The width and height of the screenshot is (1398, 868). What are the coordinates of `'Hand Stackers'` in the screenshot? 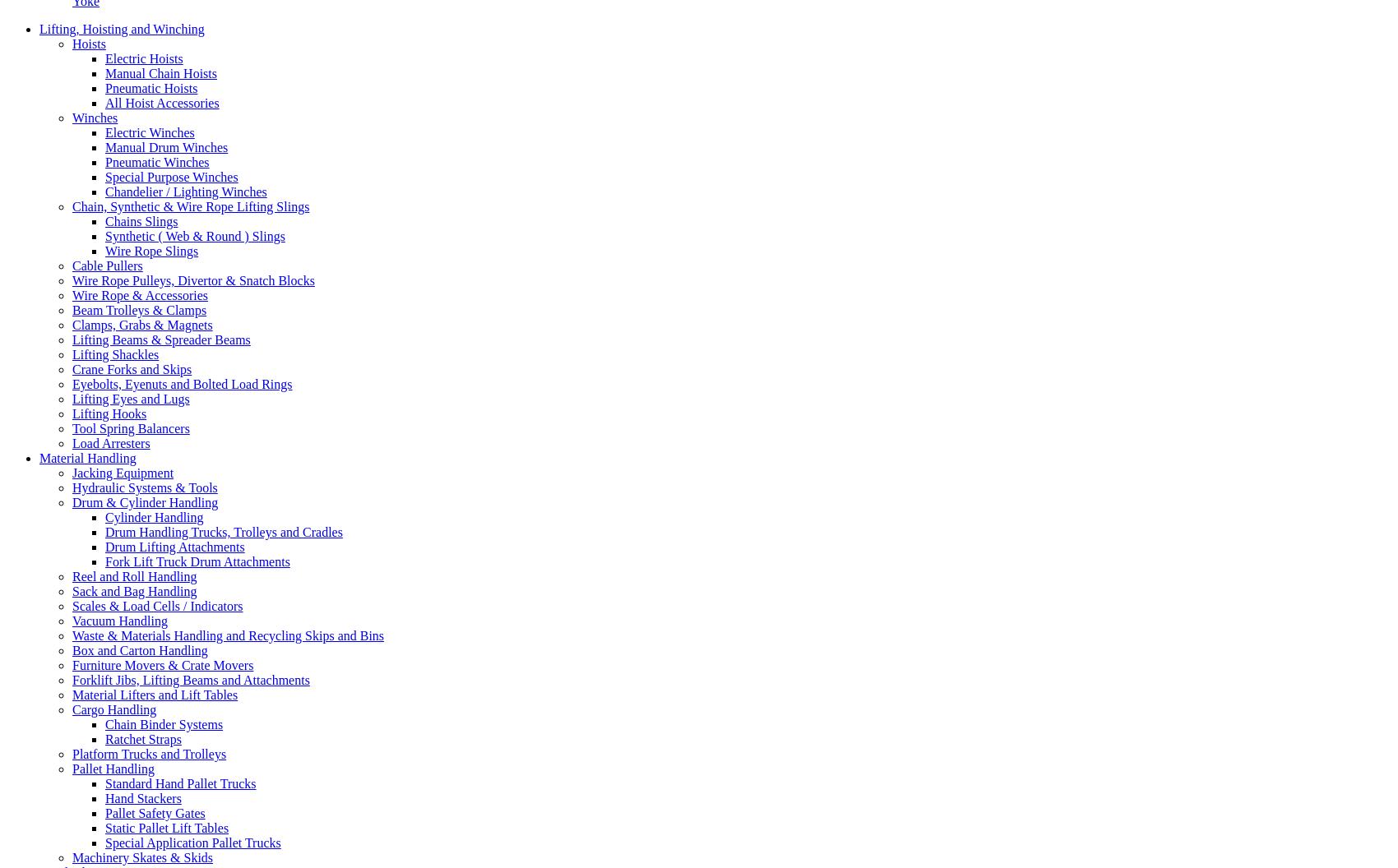 It's located at (142, 797).